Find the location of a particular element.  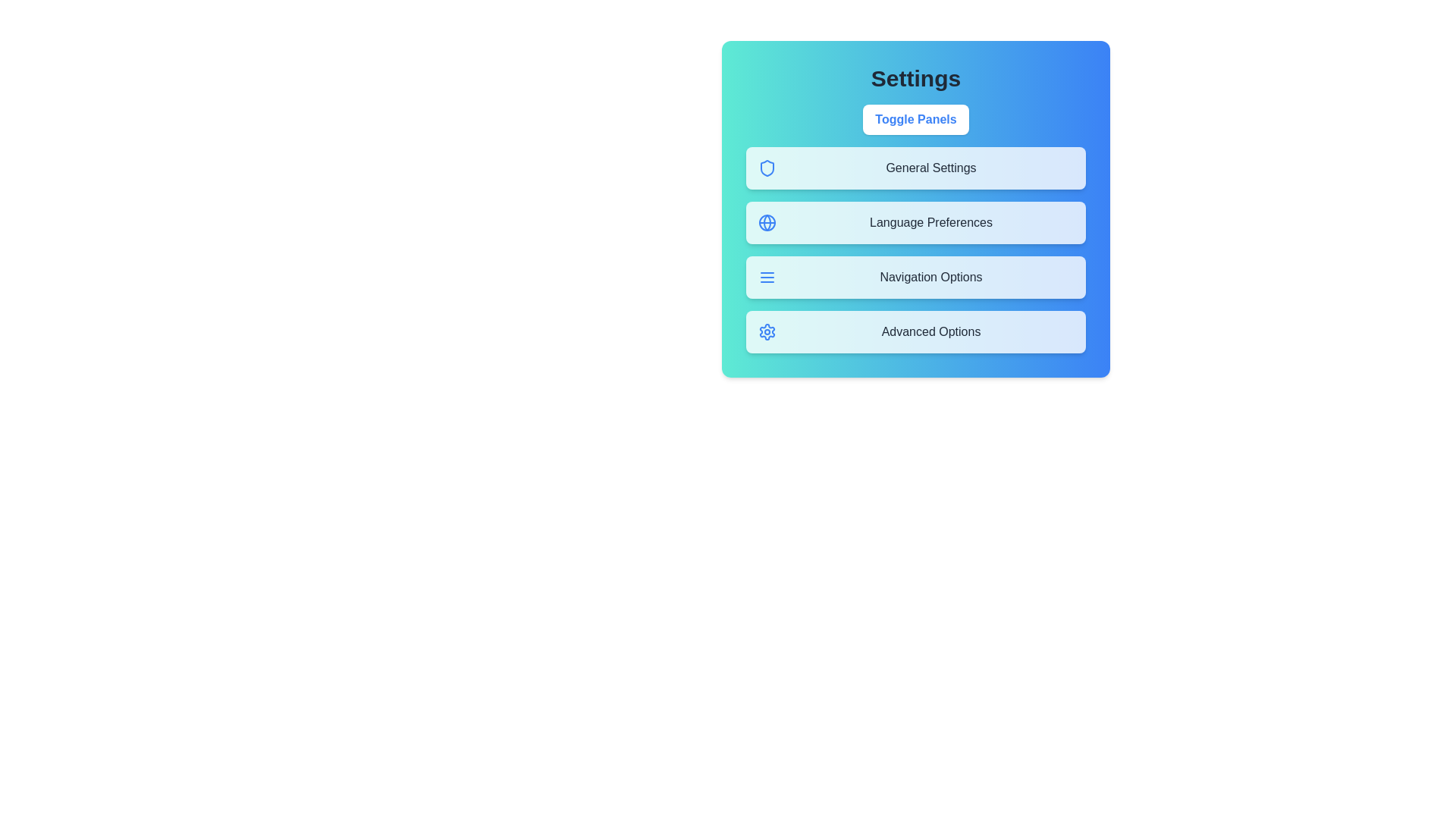

the 'Toggle Panels' button to toggle the visibility of the settings panel is located at coordinates (915, 119).